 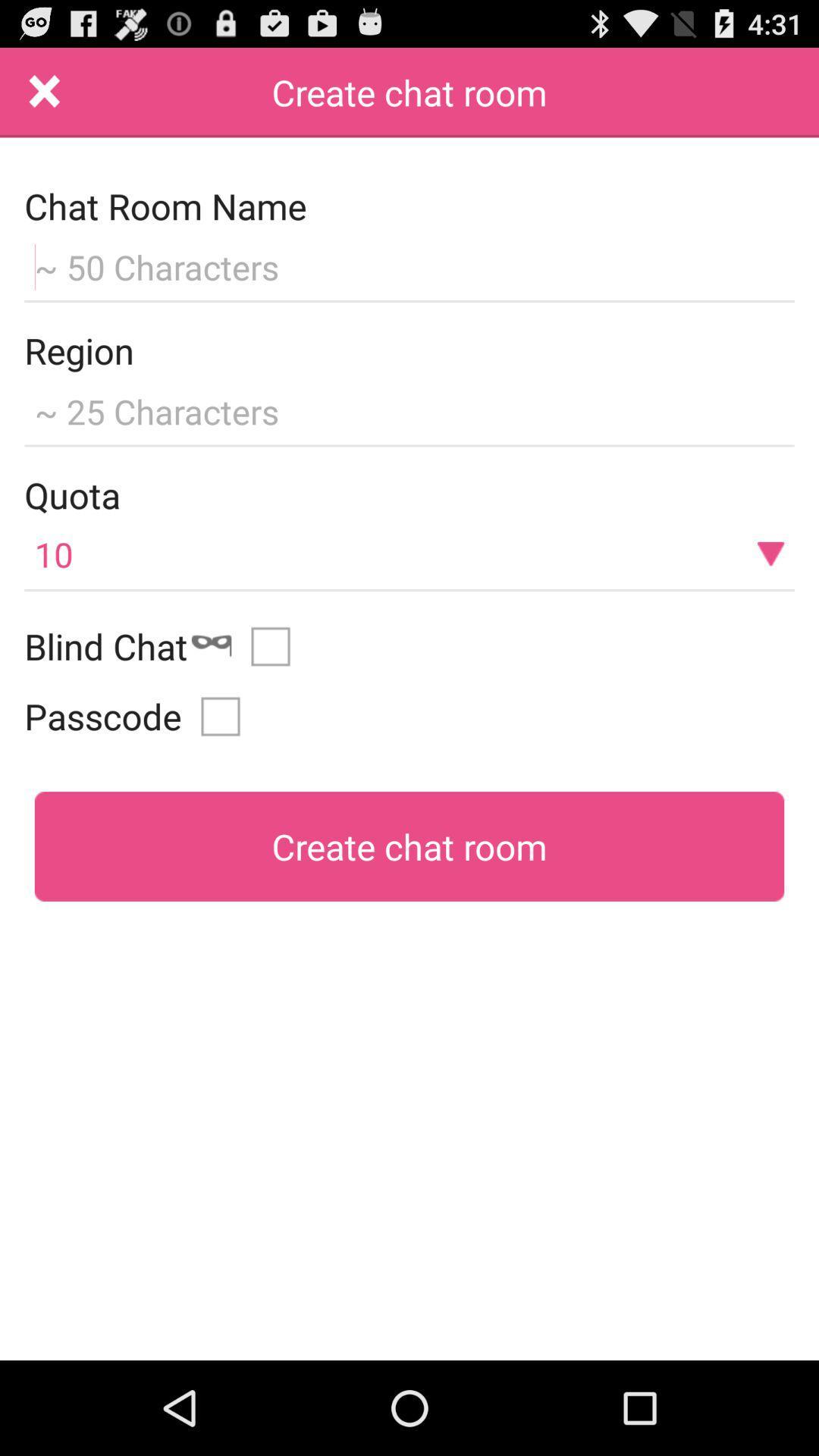 I want to click on to activate, so click(x=276, y=646).